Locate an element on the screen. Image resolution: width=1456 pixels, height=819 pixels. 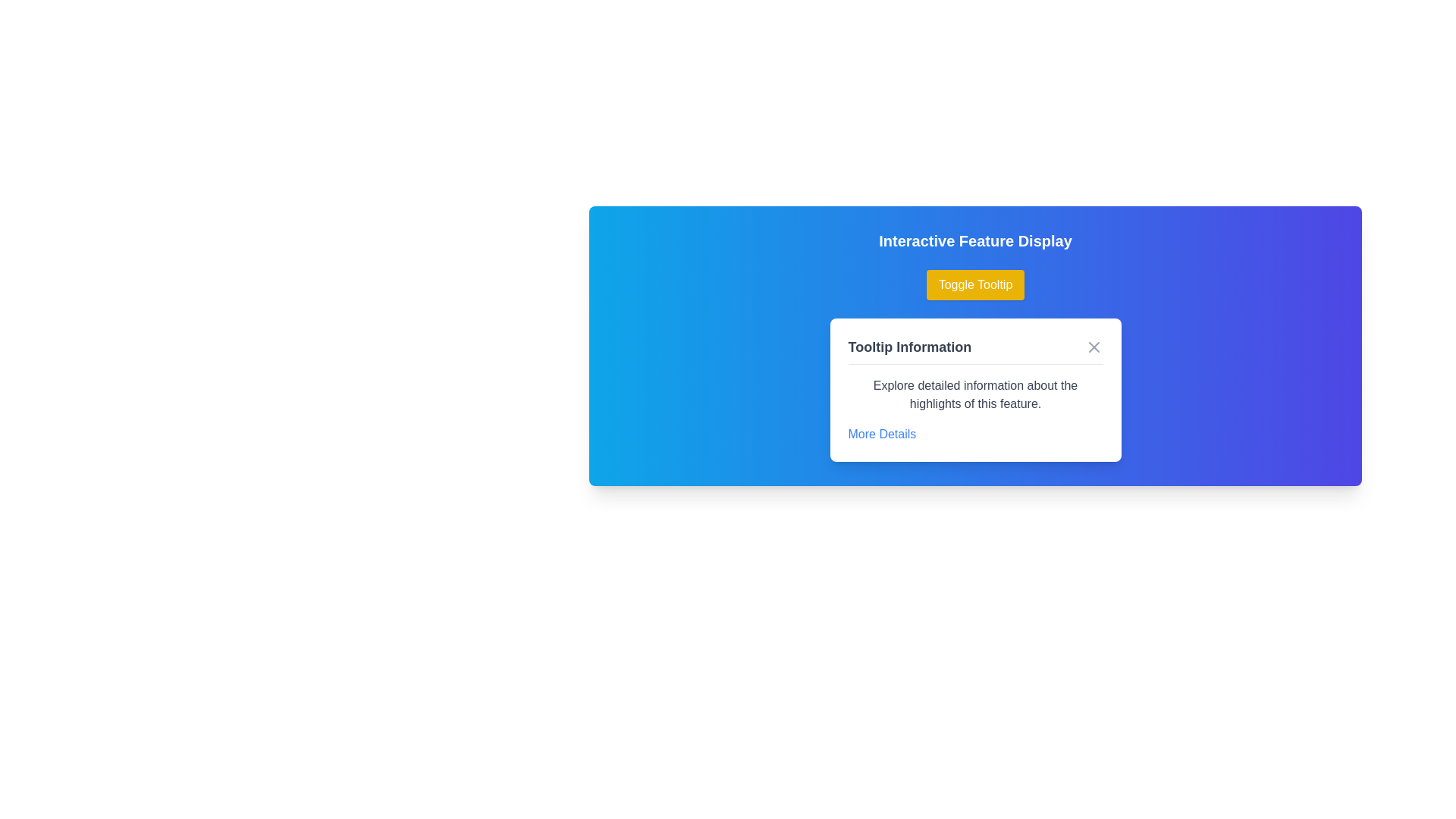
bold text element displaying 'Tooltip Information', which is positioned at the top of the tooltip component is located at coordinates (909, 347).